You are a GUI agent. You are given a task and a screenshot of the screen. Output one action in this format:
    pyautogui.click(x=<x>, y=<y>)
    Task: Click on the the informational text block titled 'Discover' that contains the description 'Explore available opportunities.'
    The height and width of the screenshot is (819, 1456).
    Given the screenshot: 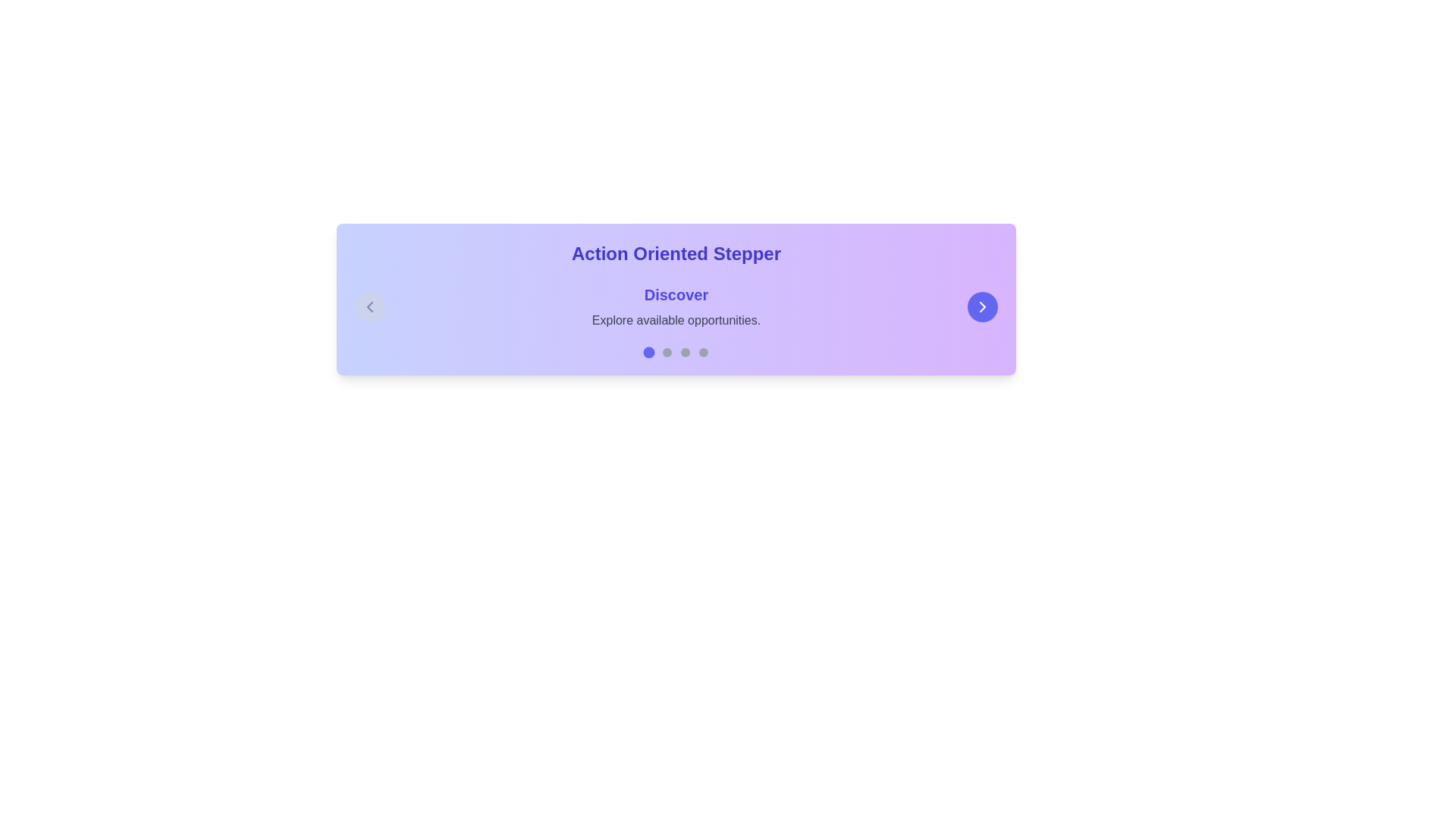 What is the action you would take?
    pyautogui.click(x=676, y=307)
    